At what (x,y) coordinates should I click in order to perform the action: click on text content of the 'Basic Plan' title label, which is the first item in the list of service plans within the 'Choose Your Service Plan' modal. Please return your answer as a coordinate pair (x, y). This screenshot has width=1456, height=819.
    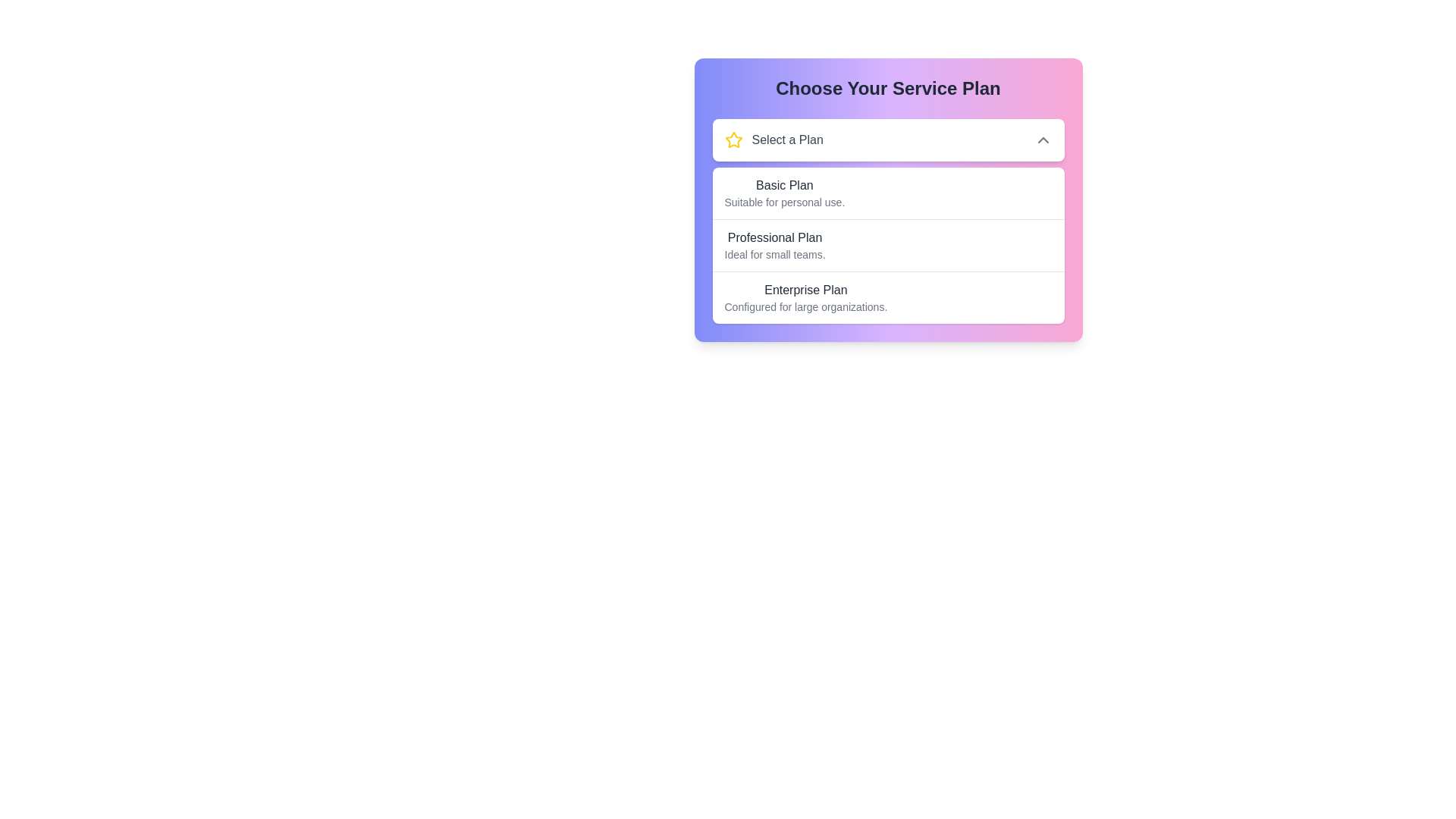
    Looking at the image, I should click on (784, 185).